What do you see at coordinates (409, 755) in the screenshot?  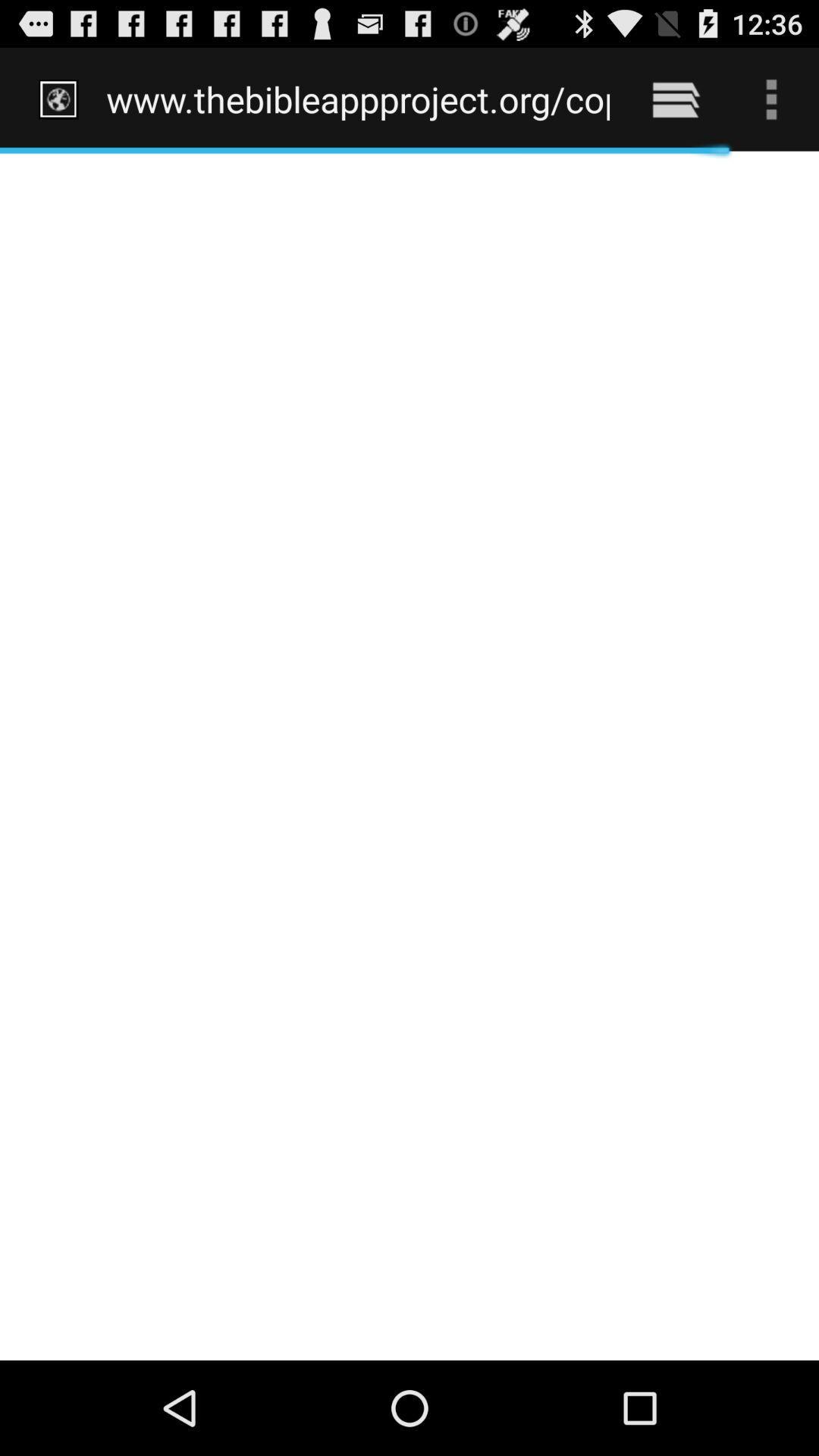 I see `the icon at the center` at bounding box center [409, 755].